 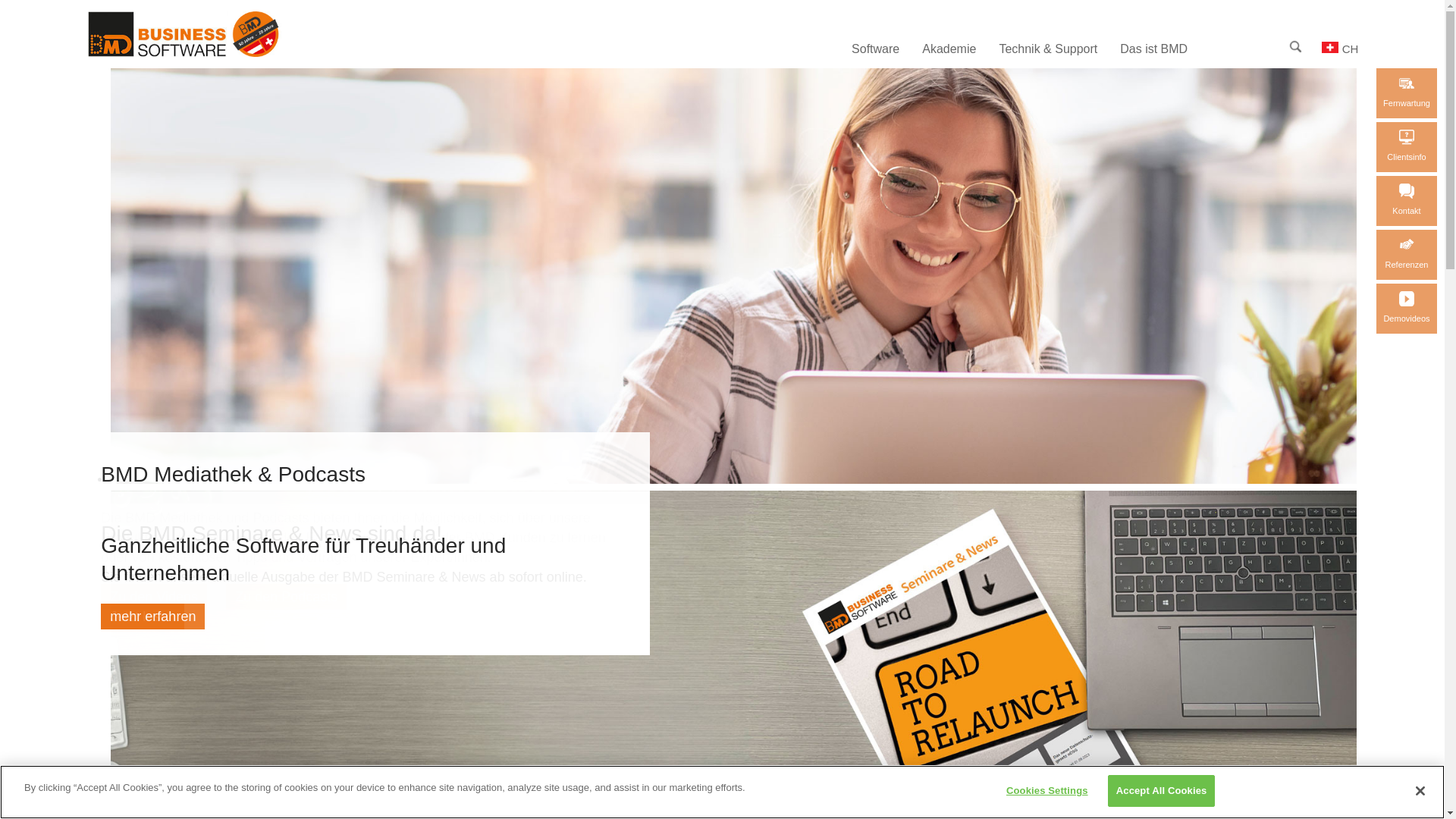 What do you see at coordinates (1405, 93) in the screenshot?
I see `'Fernwartung'` at bounding box center [1405, 93].